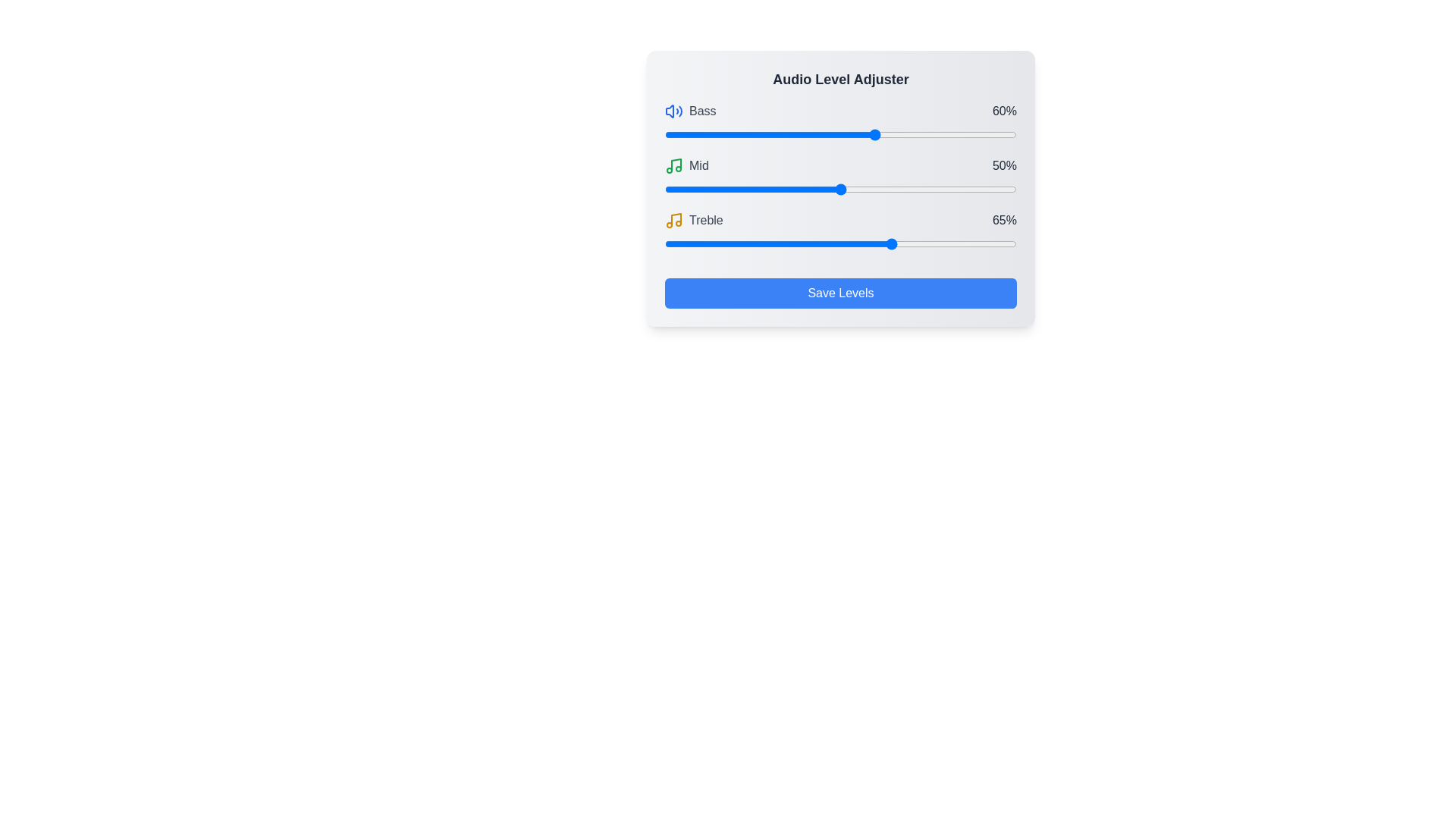 The height and width of the screenshot is (819, 1456). What do you see at coordinates (839, 243) in the screenshot?
I see `the third horizontal slider control located below the 'Bass 60%' and 'Mid 50%' labels, which features a blue filled portion and a circular thumb slider` at bounding box center [839, 243].